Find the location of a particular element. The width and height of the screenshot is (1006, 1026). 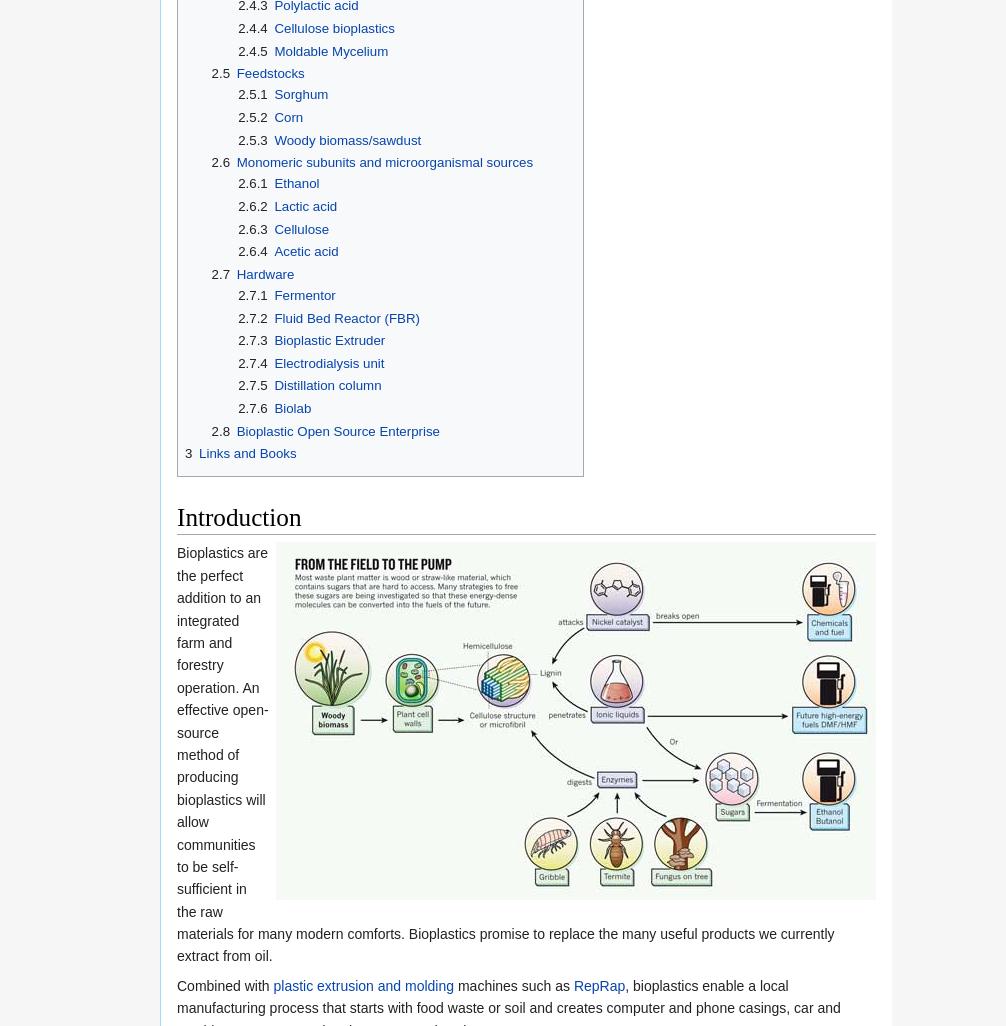

'Biolab' is located at coordinates (291, 407).